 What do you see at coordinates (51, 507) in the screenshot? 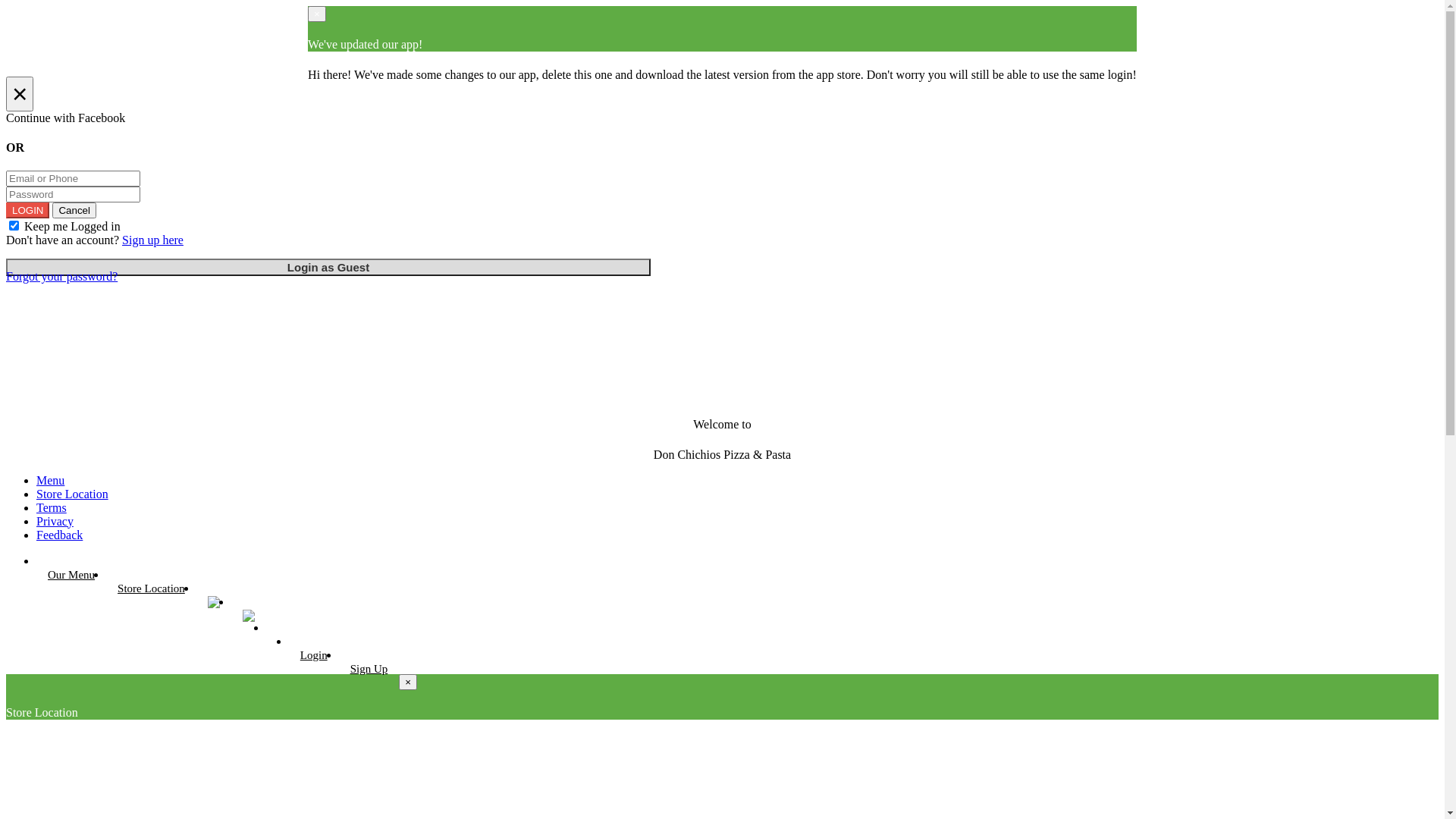
I see `'Terms'` at bounding box center [51, 507].